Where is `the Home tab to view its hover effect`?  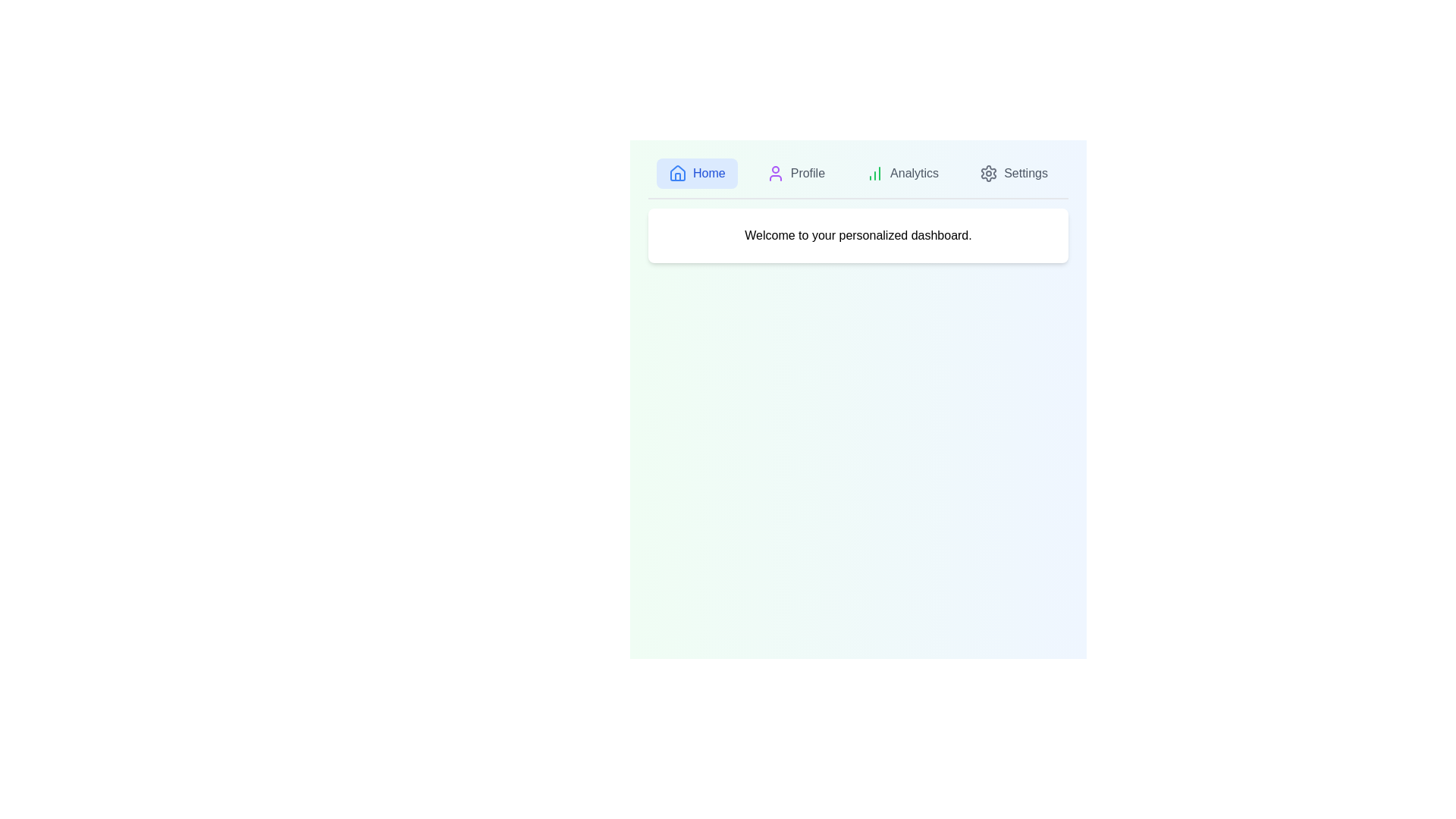 the Home tab to view its hover effect is located at coordinates (696, 172).